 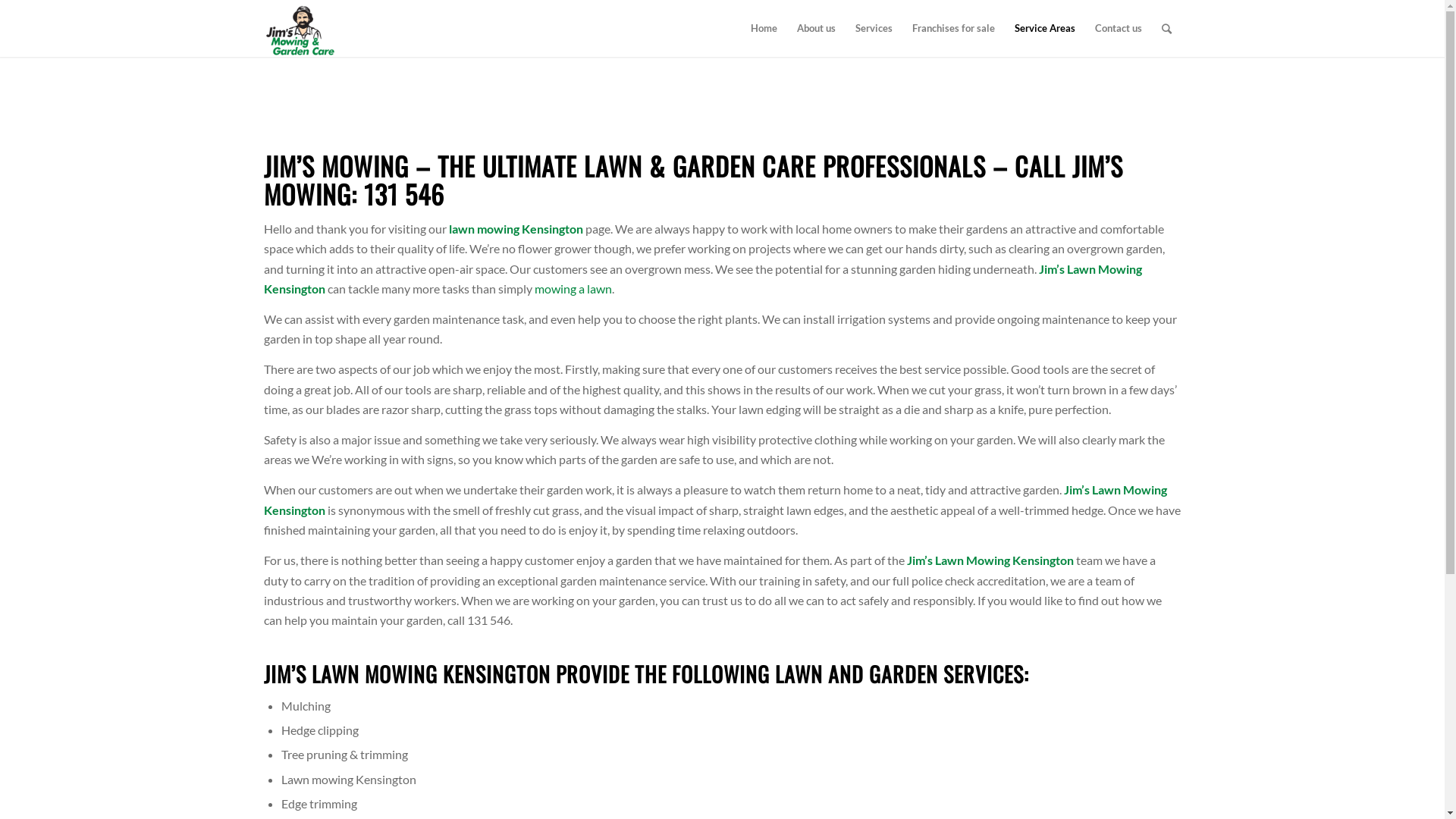 I want to click on 'mowing a lawn', so click(x=534, y=288).